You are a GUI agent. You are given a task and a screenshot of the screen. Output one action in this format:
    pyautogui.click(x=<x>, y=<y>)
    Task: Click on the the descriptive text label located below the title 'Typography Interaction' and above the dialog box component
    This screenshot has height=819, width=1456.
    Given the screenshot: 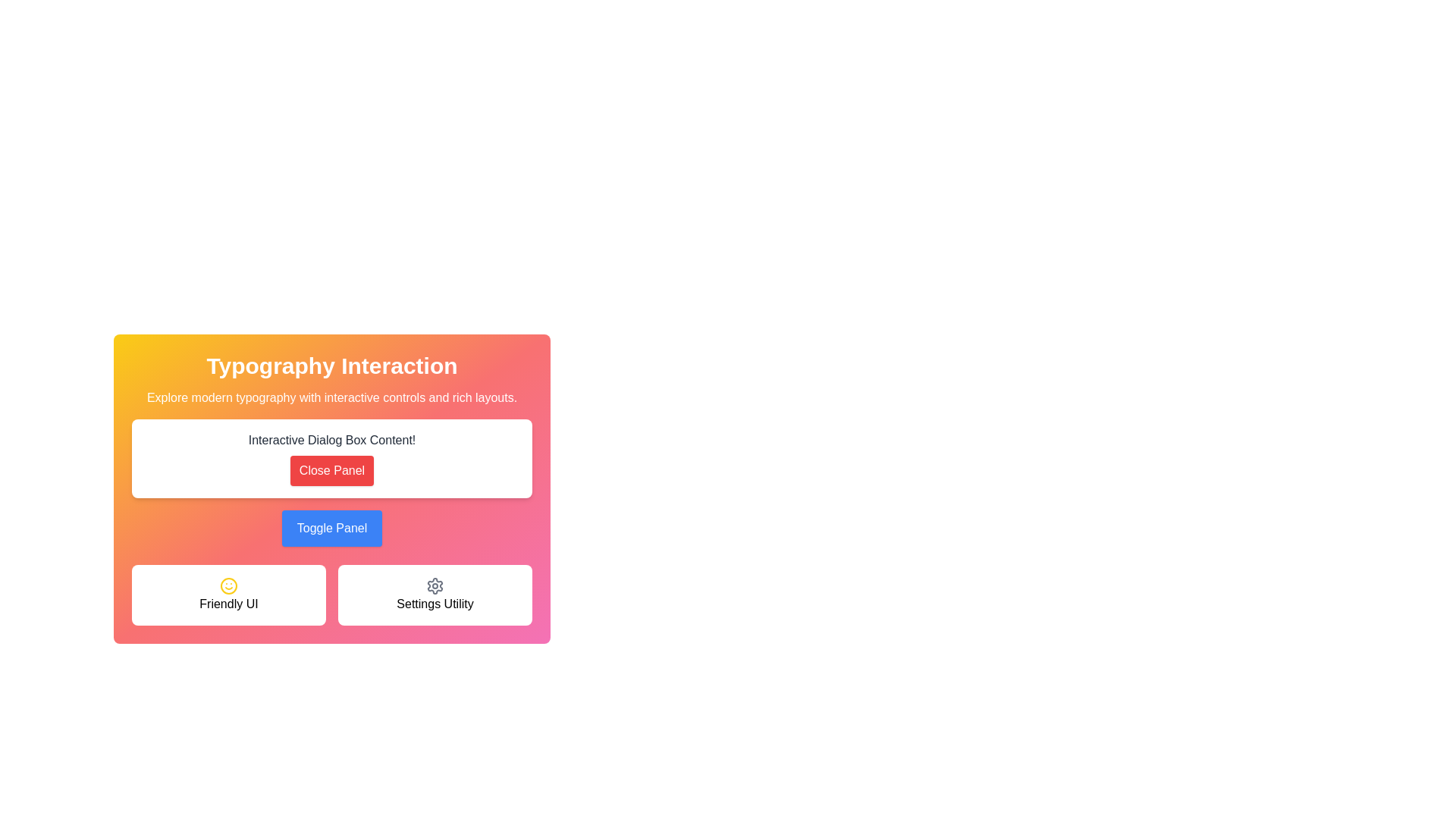 What is the action you would take?
    pyautogui.click(x=331, y=397)
    